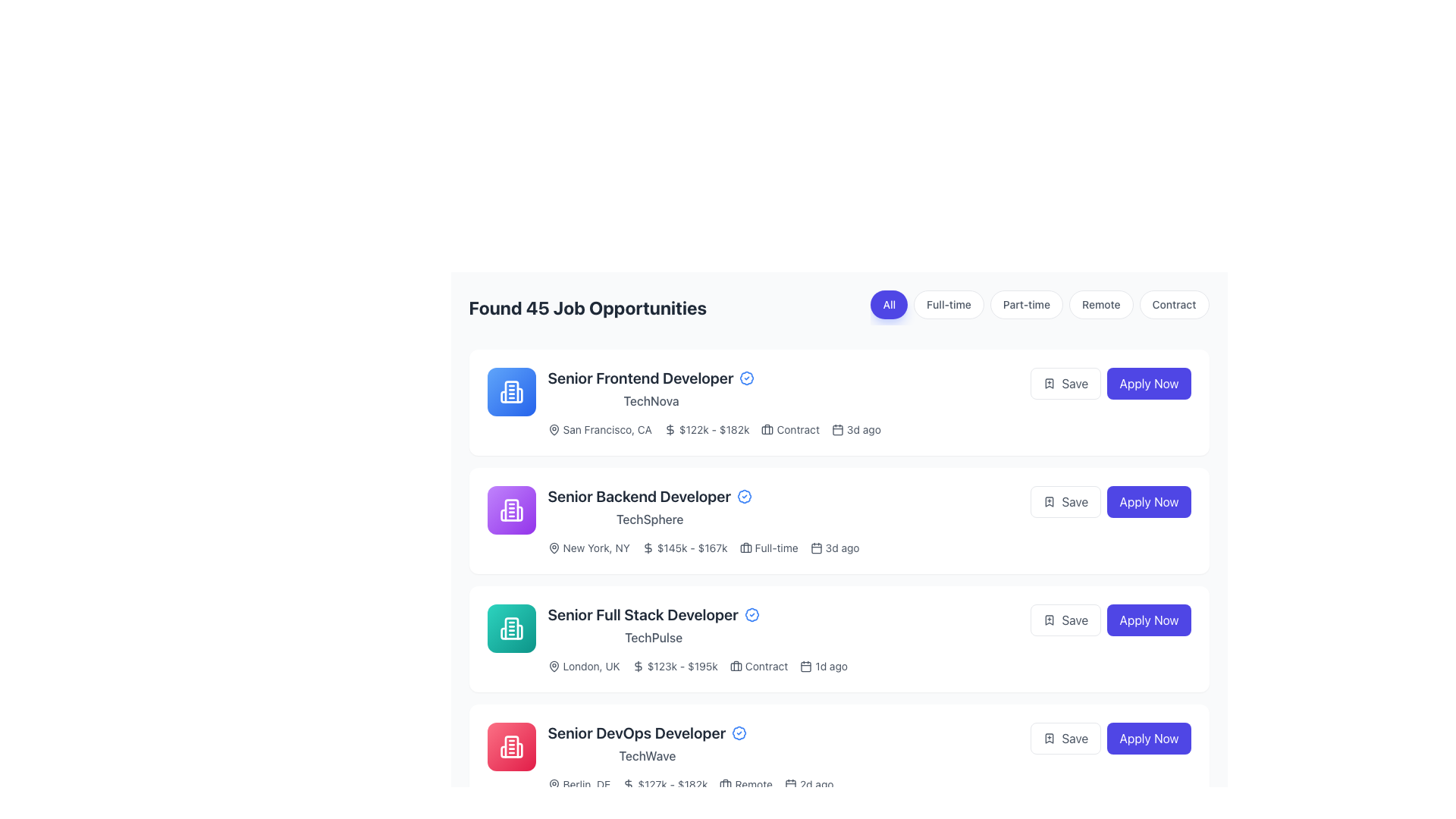 The width and height of the screenshot is (1456, 819). I want to click on the calendar SVG icon that indicates the time or date related to the job posting, located to the left of the text '3d ago', so click(815, 548).